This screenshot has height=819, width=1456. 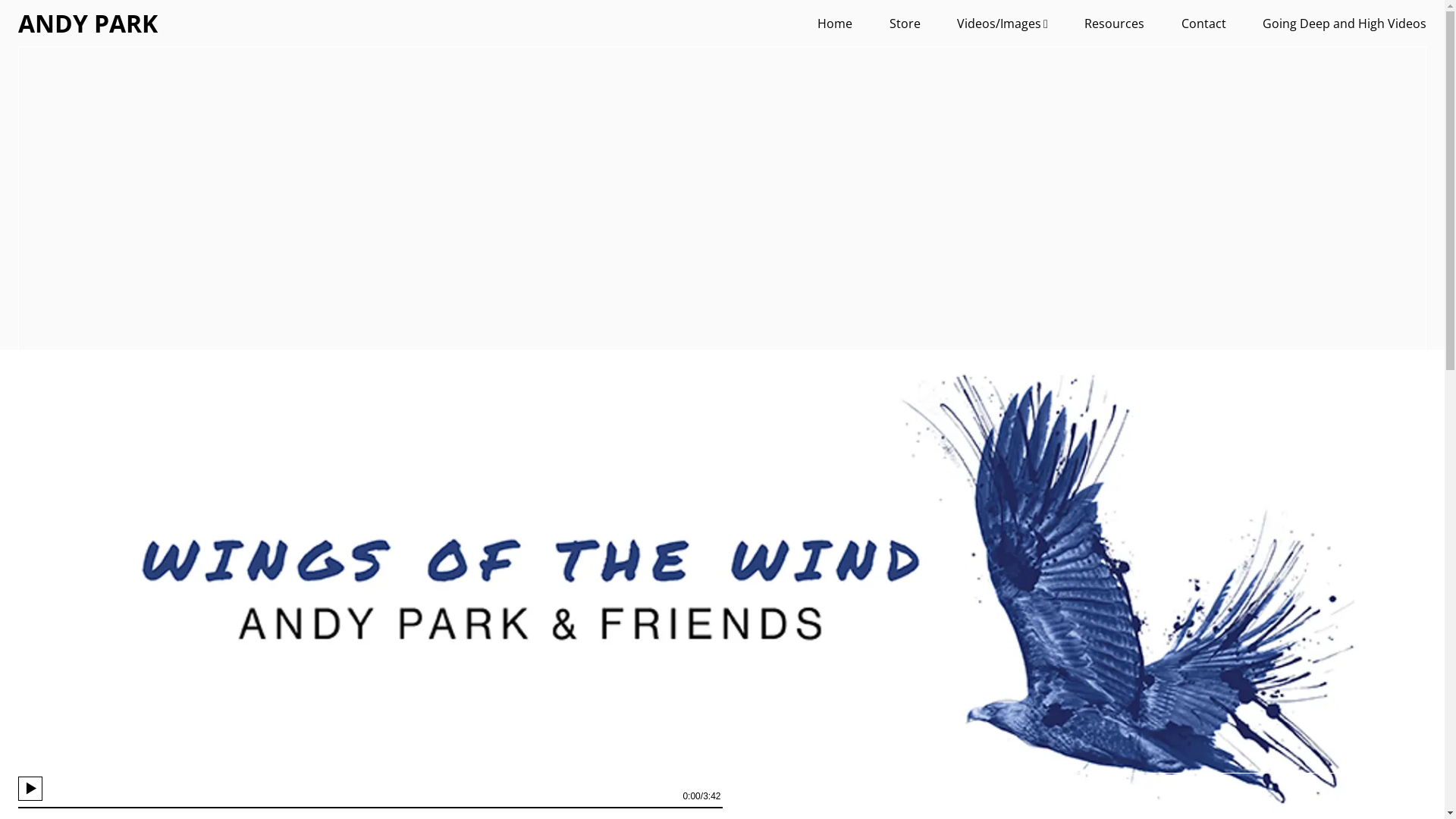 I want to click on 'Resources', so click(x=1114, y=24).